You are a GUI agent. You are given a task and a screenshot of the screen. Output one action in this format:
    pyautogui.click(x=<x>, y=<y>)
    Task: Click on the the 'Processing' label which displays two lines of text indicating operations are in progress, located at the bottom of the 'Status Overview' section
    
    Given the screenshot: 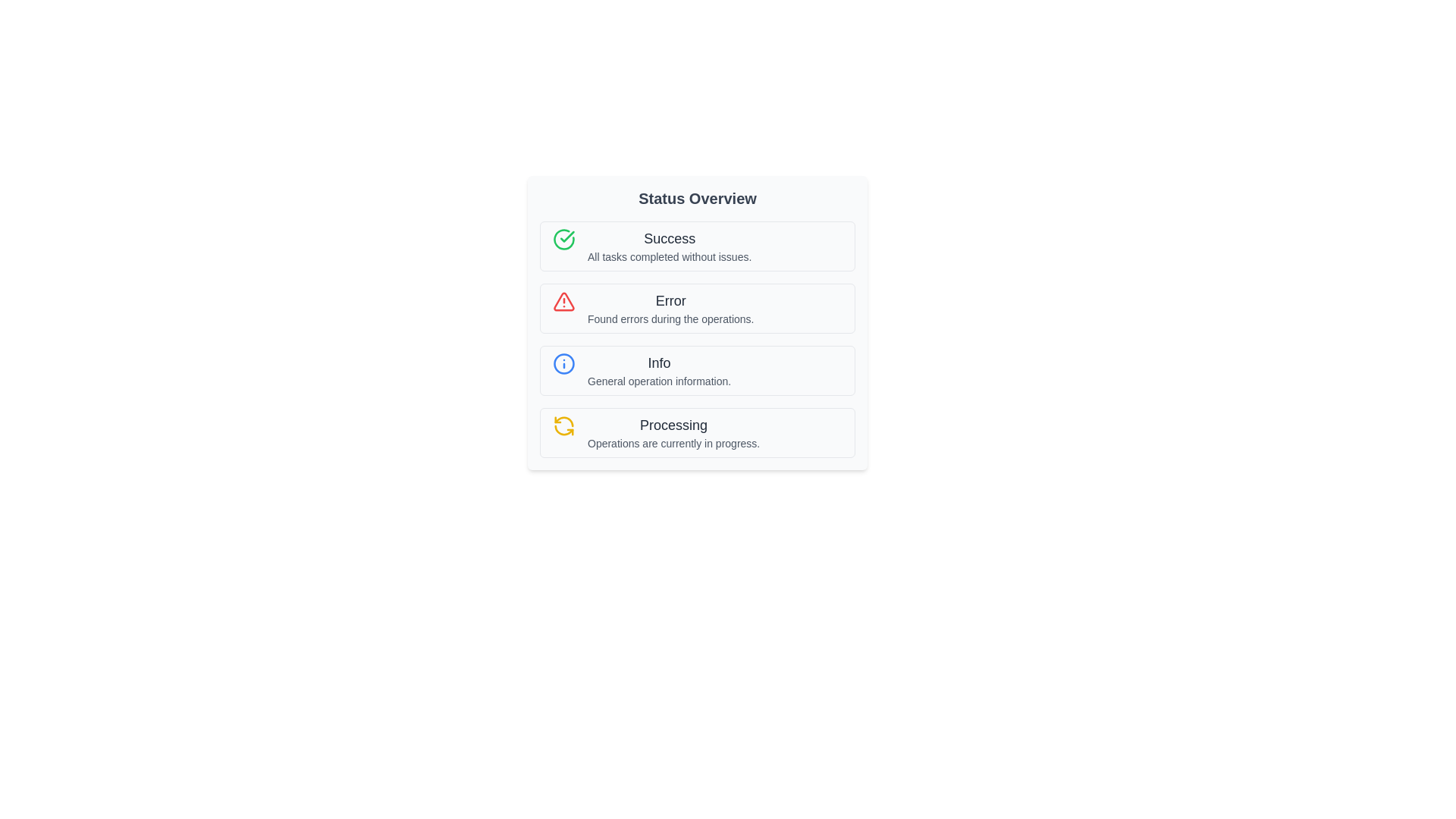 What is the action you would take?
    pyautogui.click(x=673, y=432)
    